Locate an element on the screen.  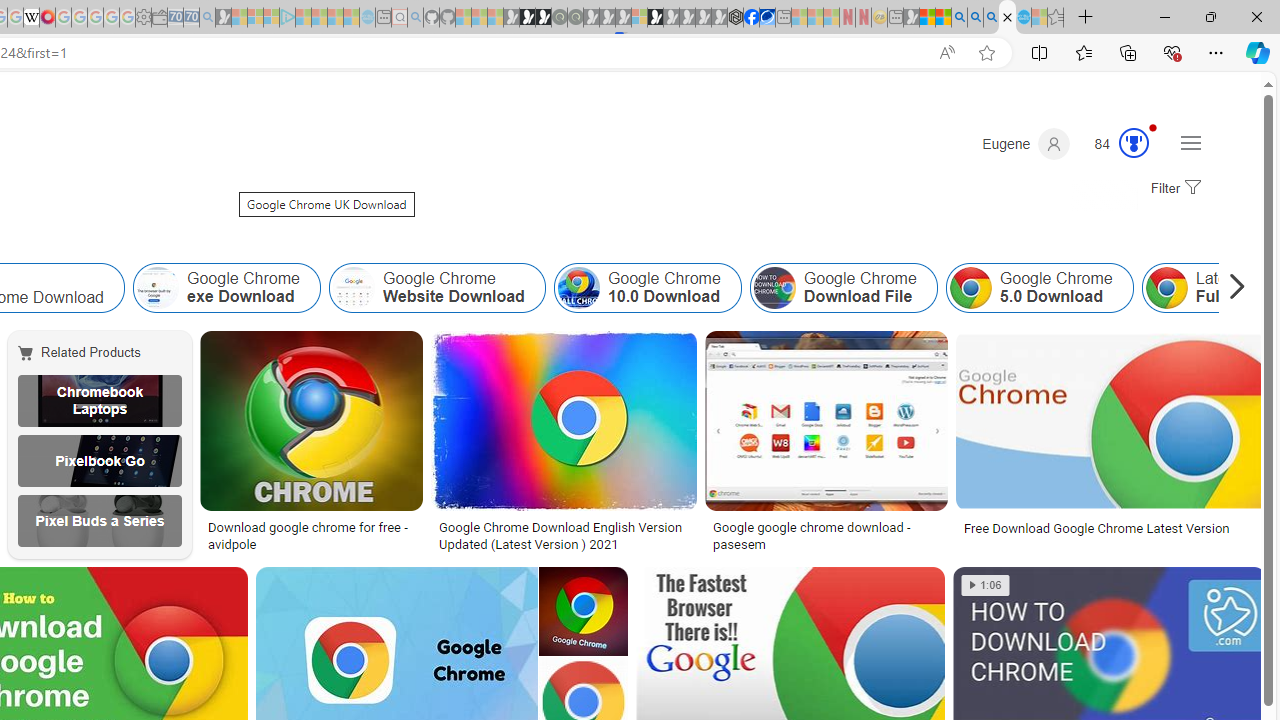
'Nordace - Cooler Bags' is located at coordinates (735, 17).